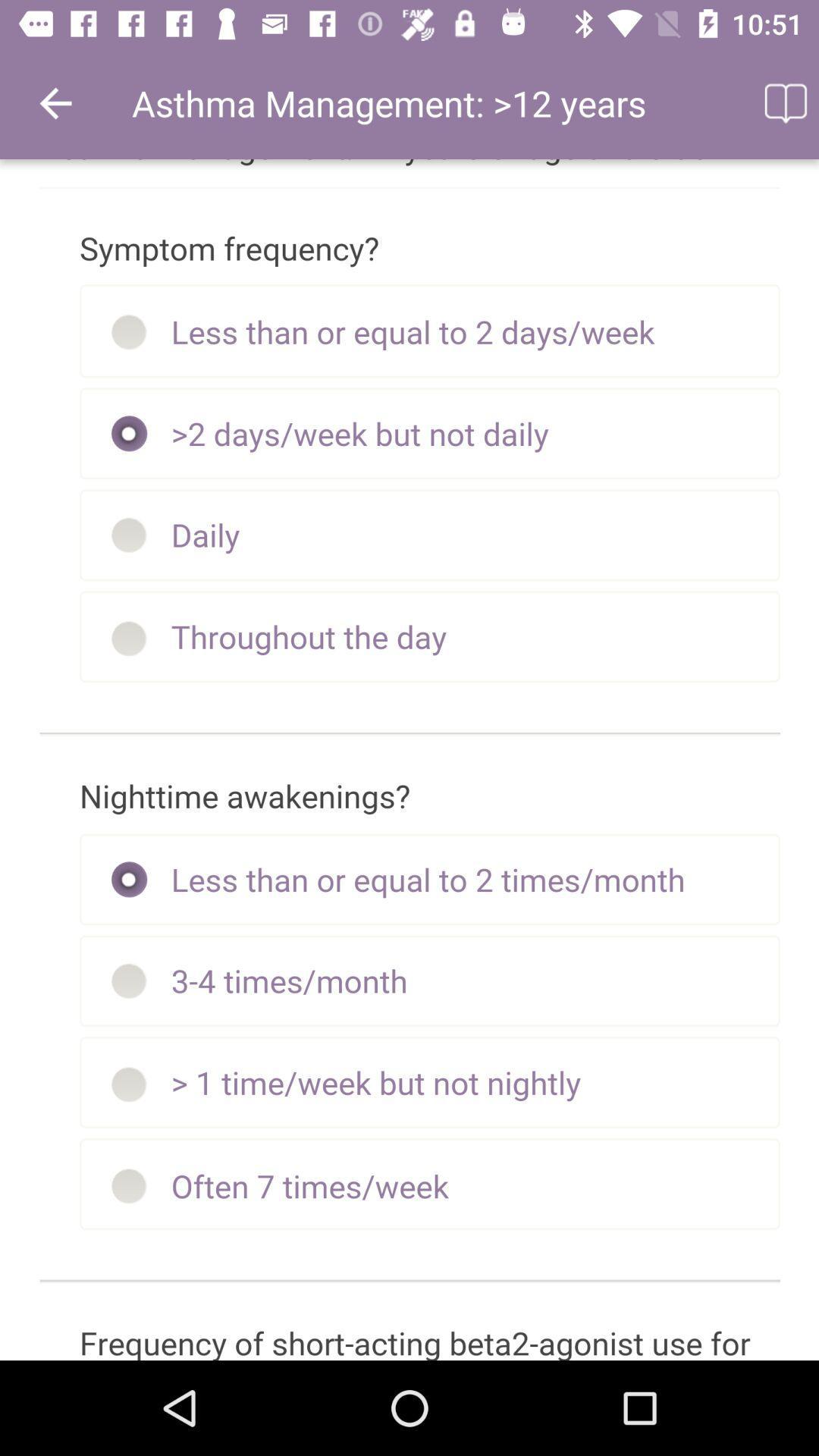 The image size is (819, 1456). I want to click on icon at the top right corner, so click(784, 102).